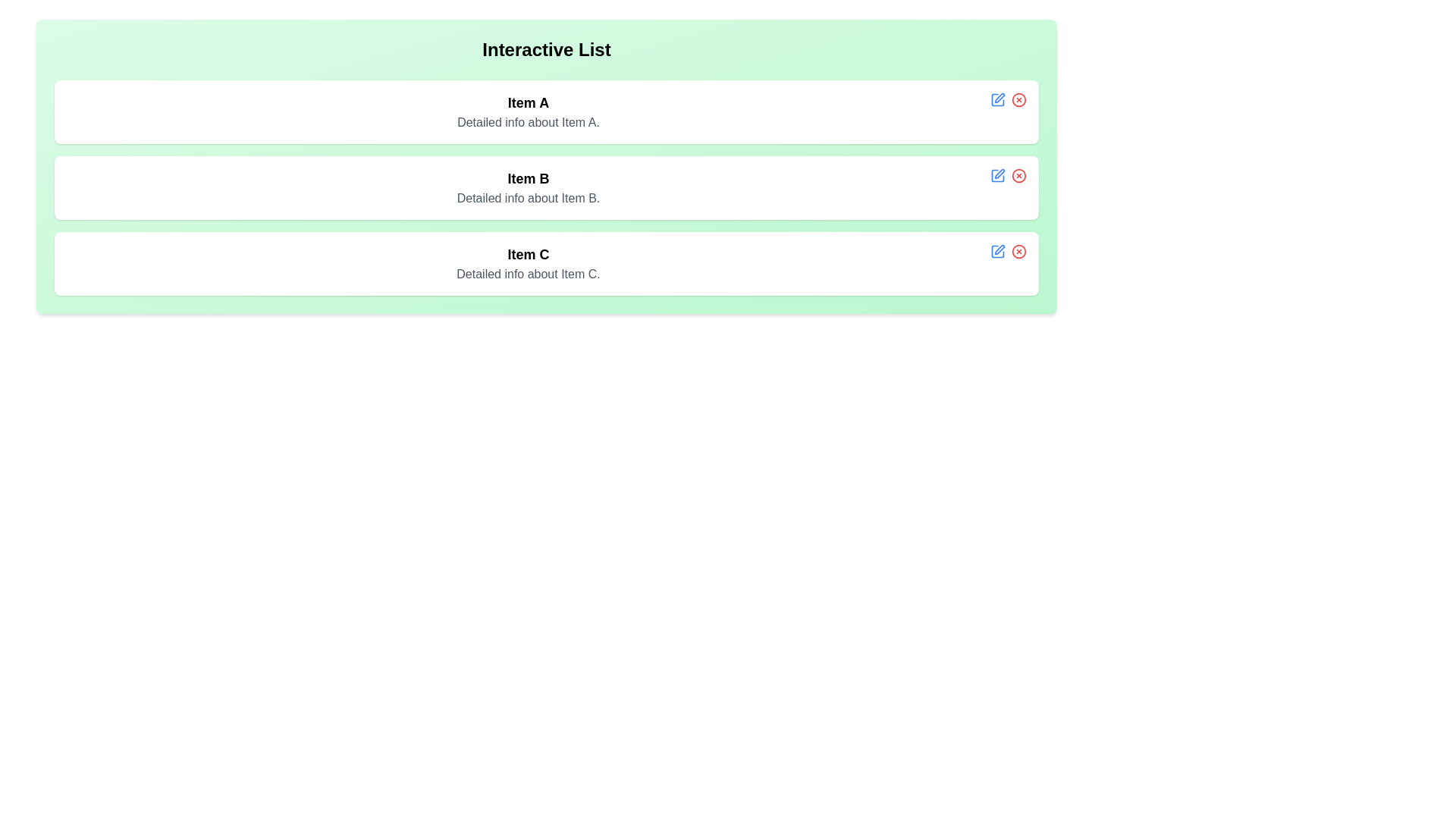  I want to click on informational text block that contains the bold text 'Item B' and the smaller gray text 'Detailed info about Item B.', which is centrally aligned in a white box with rounded corners and located within a light green background, so click(528, 187).